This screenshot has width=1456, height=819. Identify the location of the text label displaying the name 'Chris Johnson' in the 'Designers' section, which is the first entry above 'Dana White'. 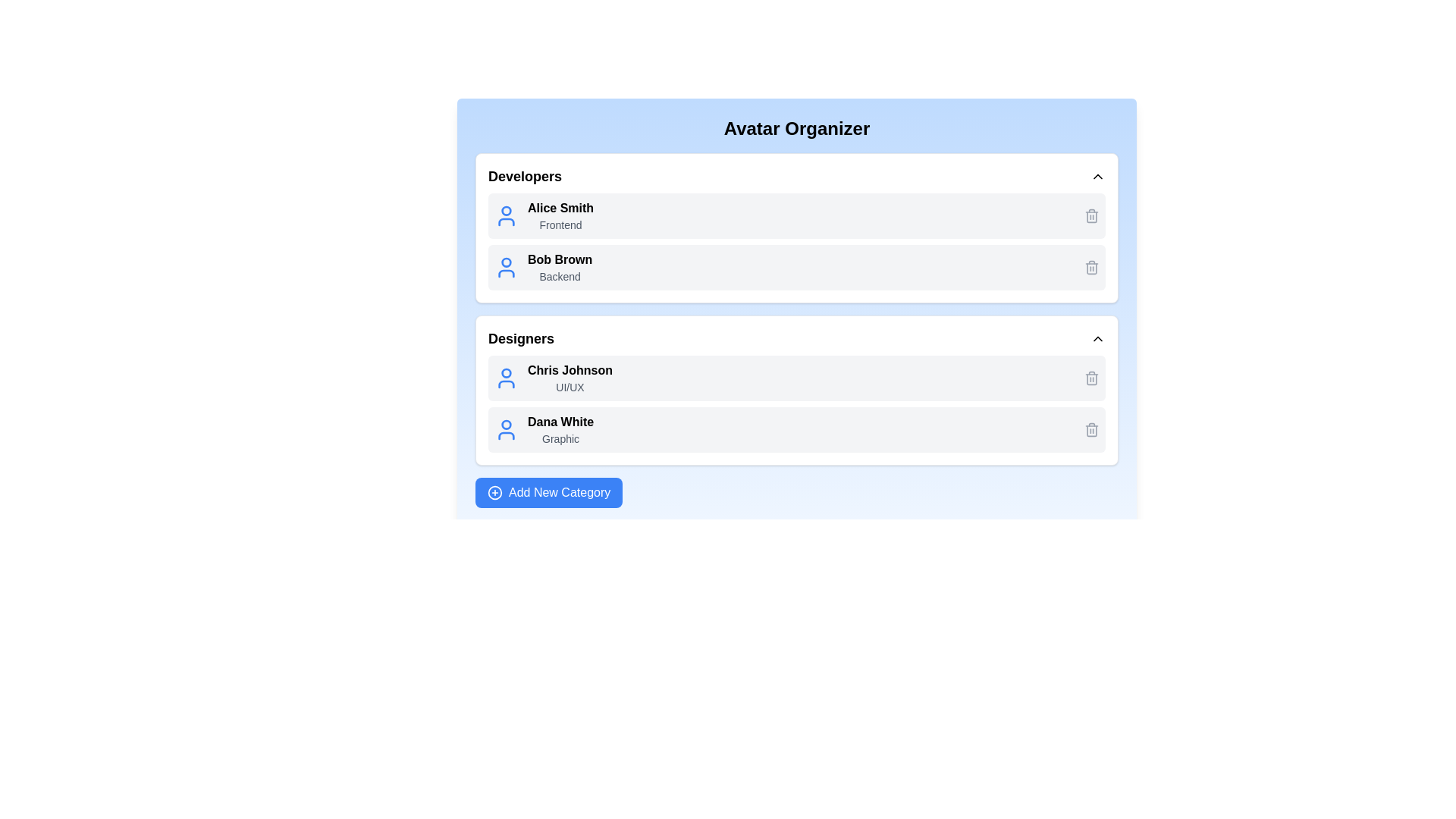
(570, 371).